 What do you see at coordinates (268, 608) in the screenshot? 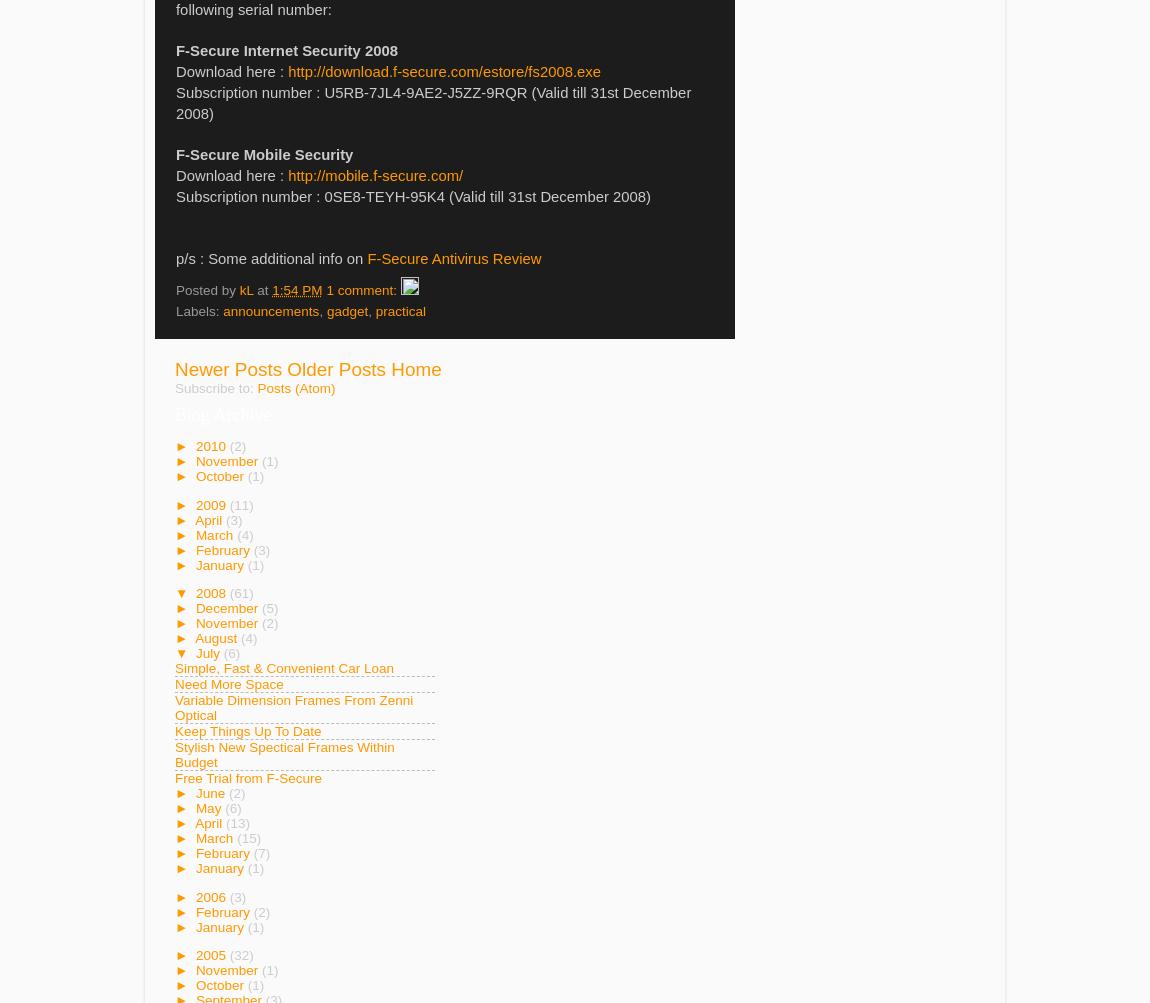
I see `'(5)'` at bounding box center [268, 608].